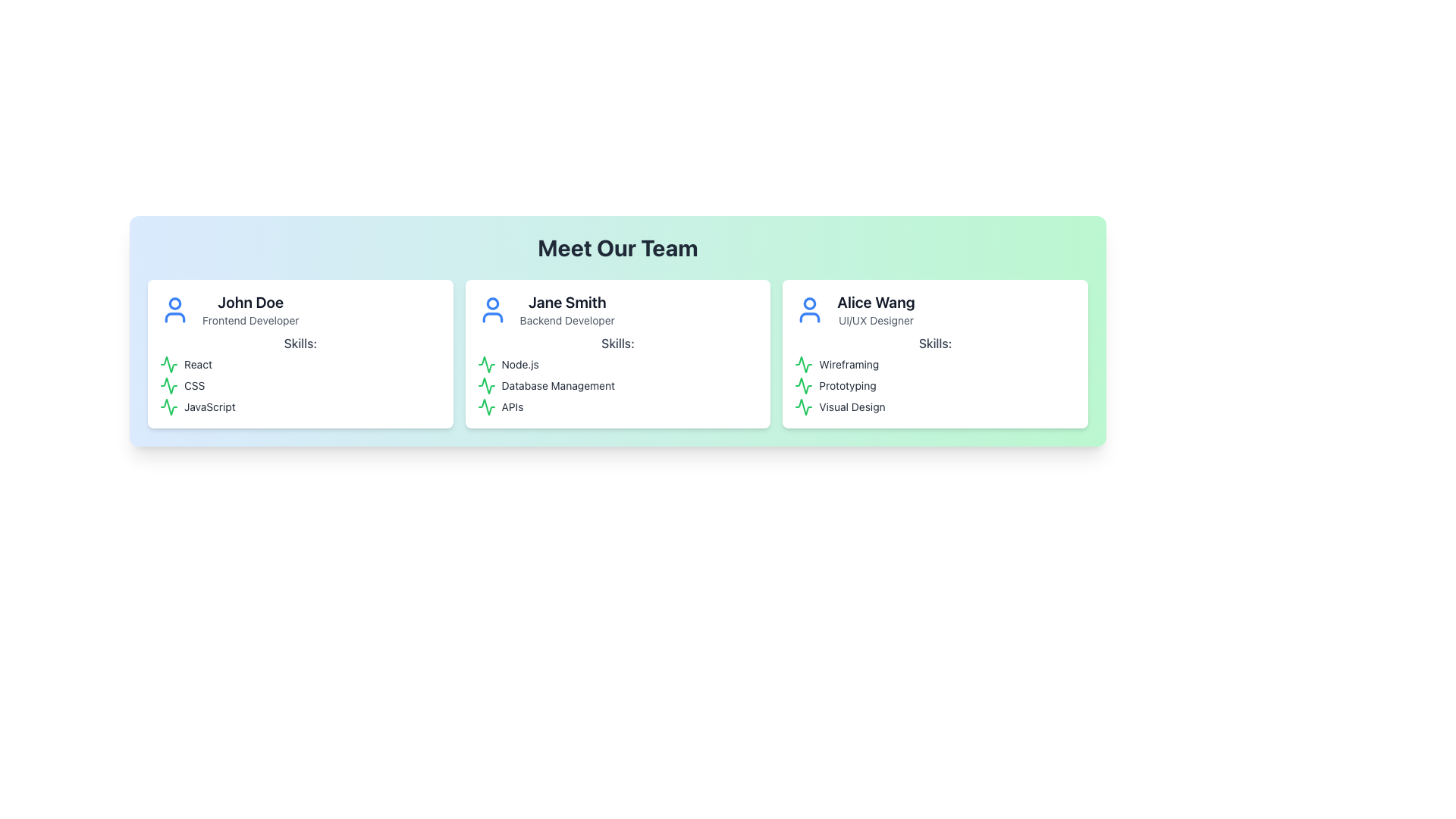 The height and width of the screenshot is (819, 1456). Describe the element at coordinates (566, 309) in the screenshot. I see `the second profile card in the 'Meet Our Team' section that displays the name and designation of Jane Smith` at that location.